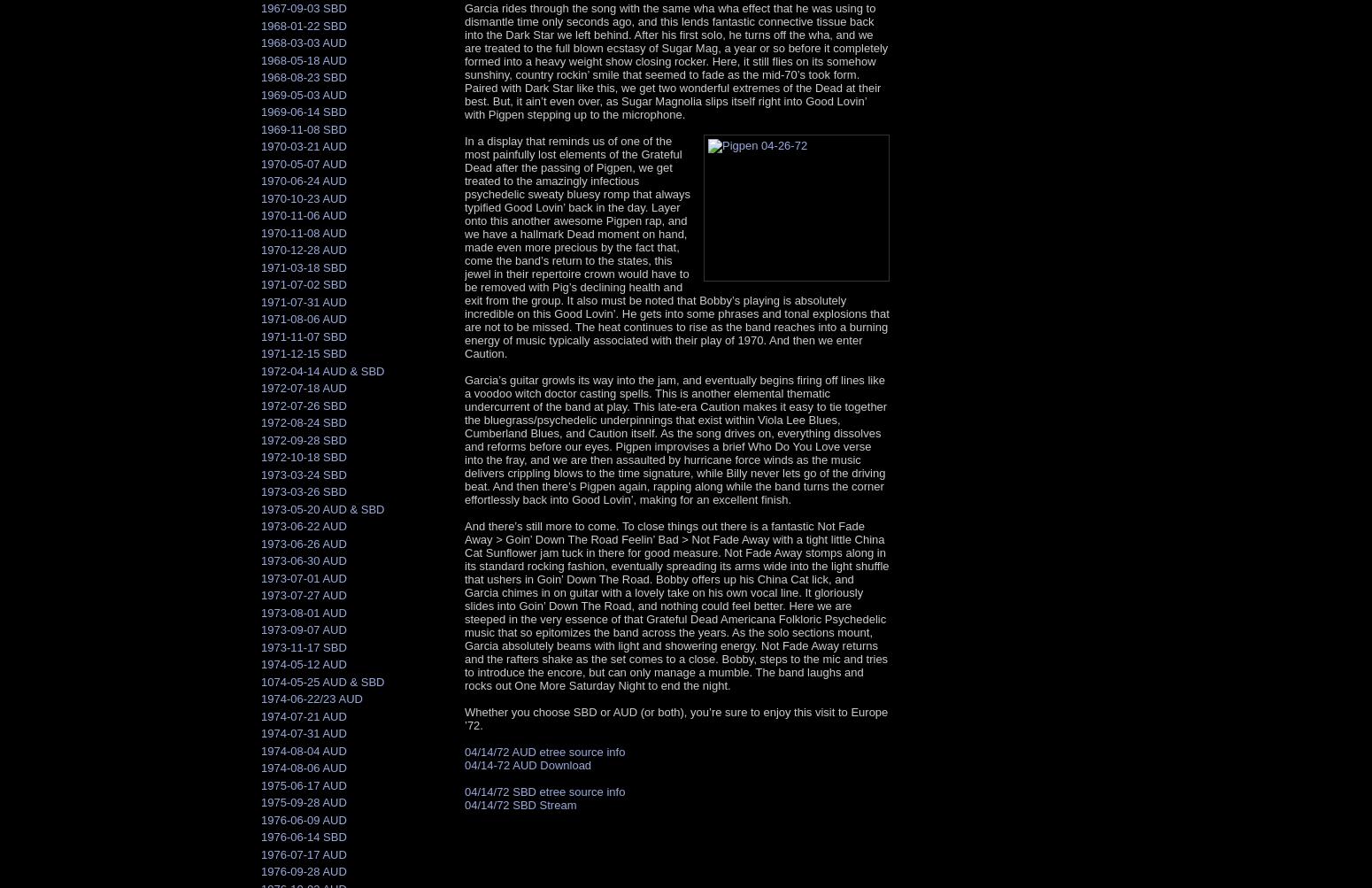  What do you see at coordinates (321, 680) in the screenshot?
I see `'1074-05-25 AUD & SBD'` at bounding box center [321, 680].